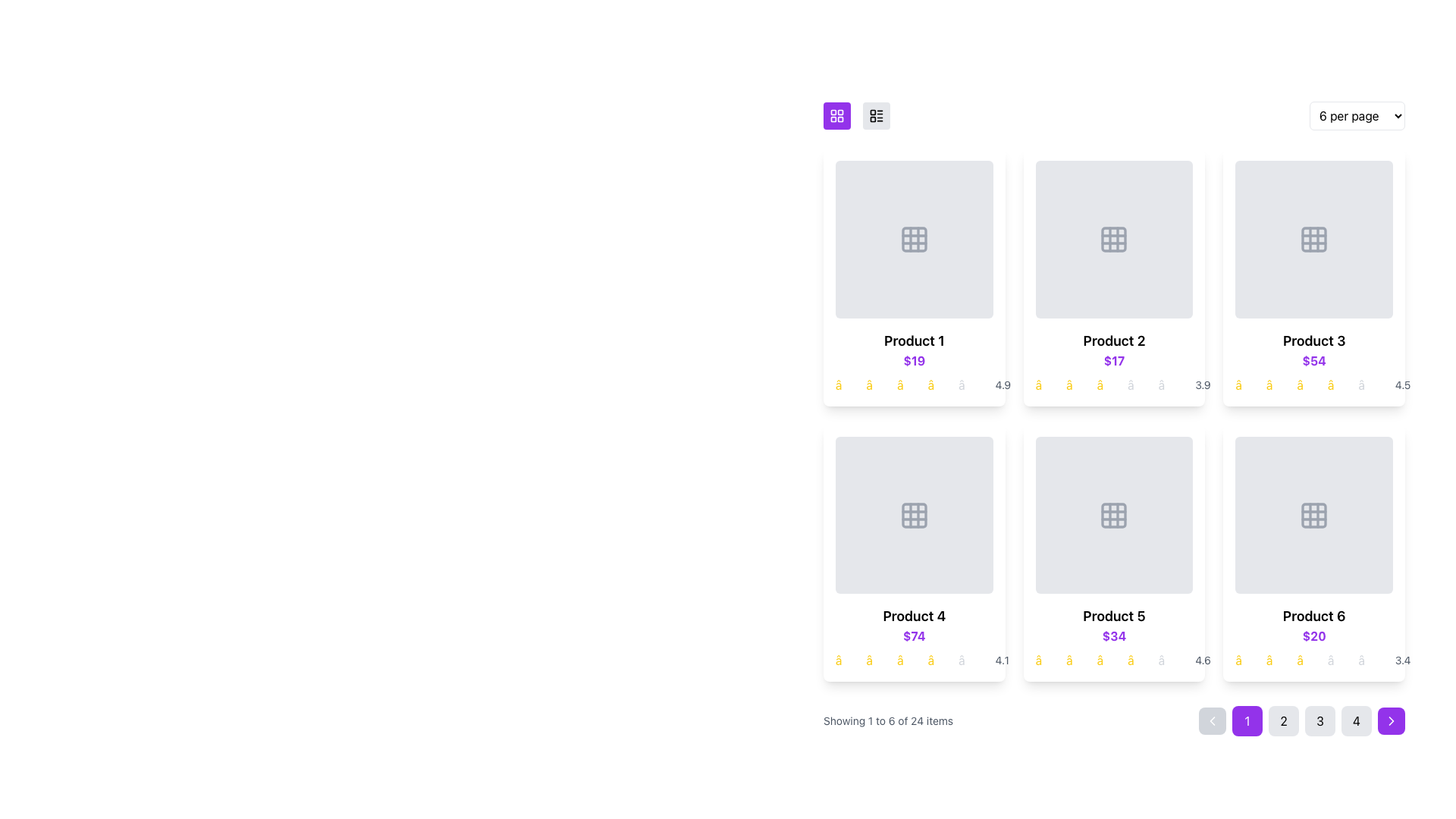 This screenshot has width=1456, height=819. Describe the element at coordinates (1313, 239) in the screenshot. I see `the middle square of the 3x3 grid icon representing Product 3 in the product card layout` at that location.